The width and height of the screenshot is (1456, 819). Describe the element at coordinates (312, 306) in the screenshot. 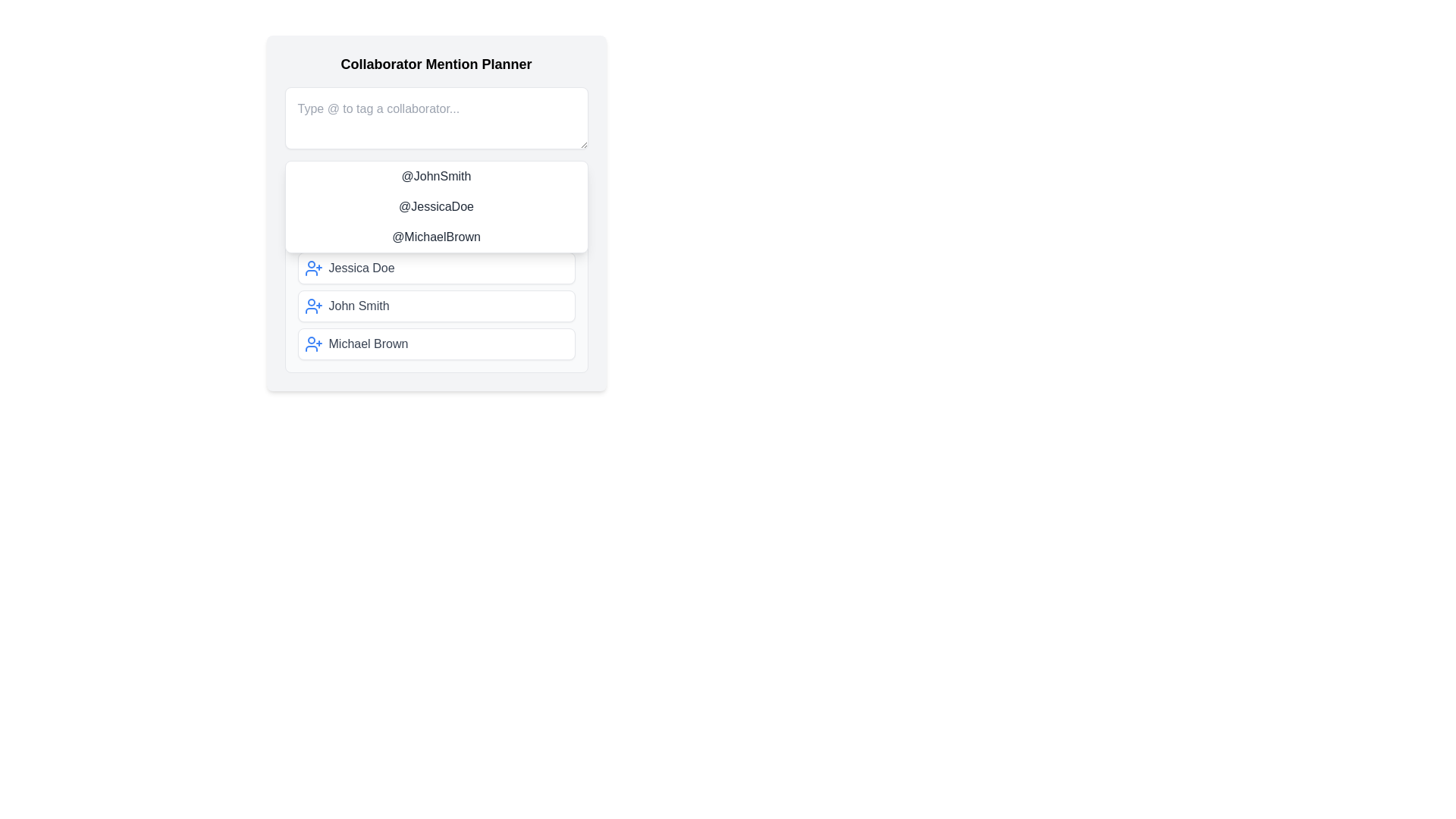

I see `the user icon with a '+' symbol, styled in blue, located next` at that location.